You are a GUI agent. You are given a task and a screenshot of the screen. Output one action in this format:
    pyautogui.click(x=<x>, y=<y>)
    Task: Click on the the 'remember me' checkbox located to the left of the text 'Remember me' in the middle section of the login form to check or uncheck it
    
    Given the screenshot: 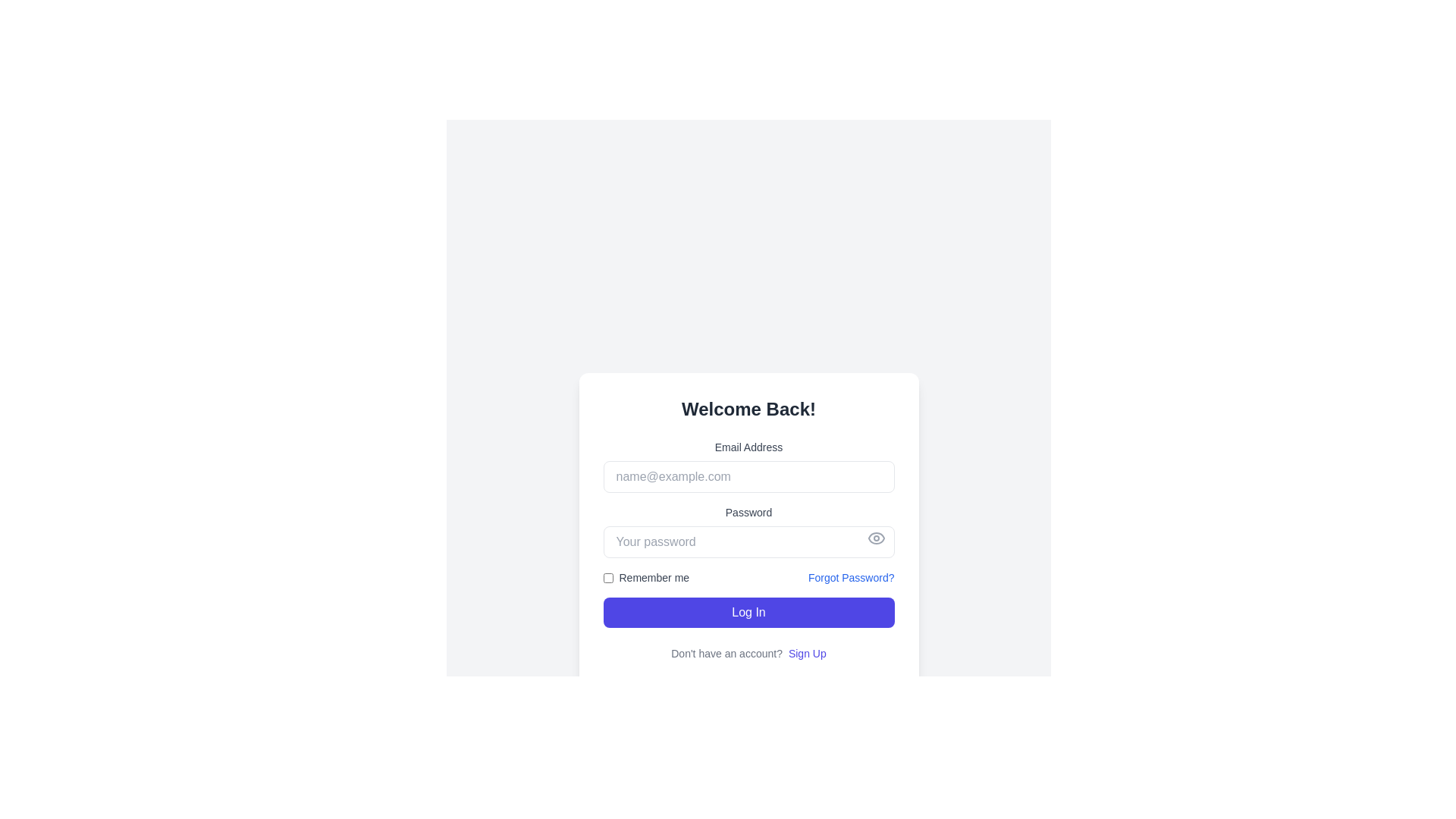 What is the action you would take?
    pyautogui.click(x=607, y=578)
    